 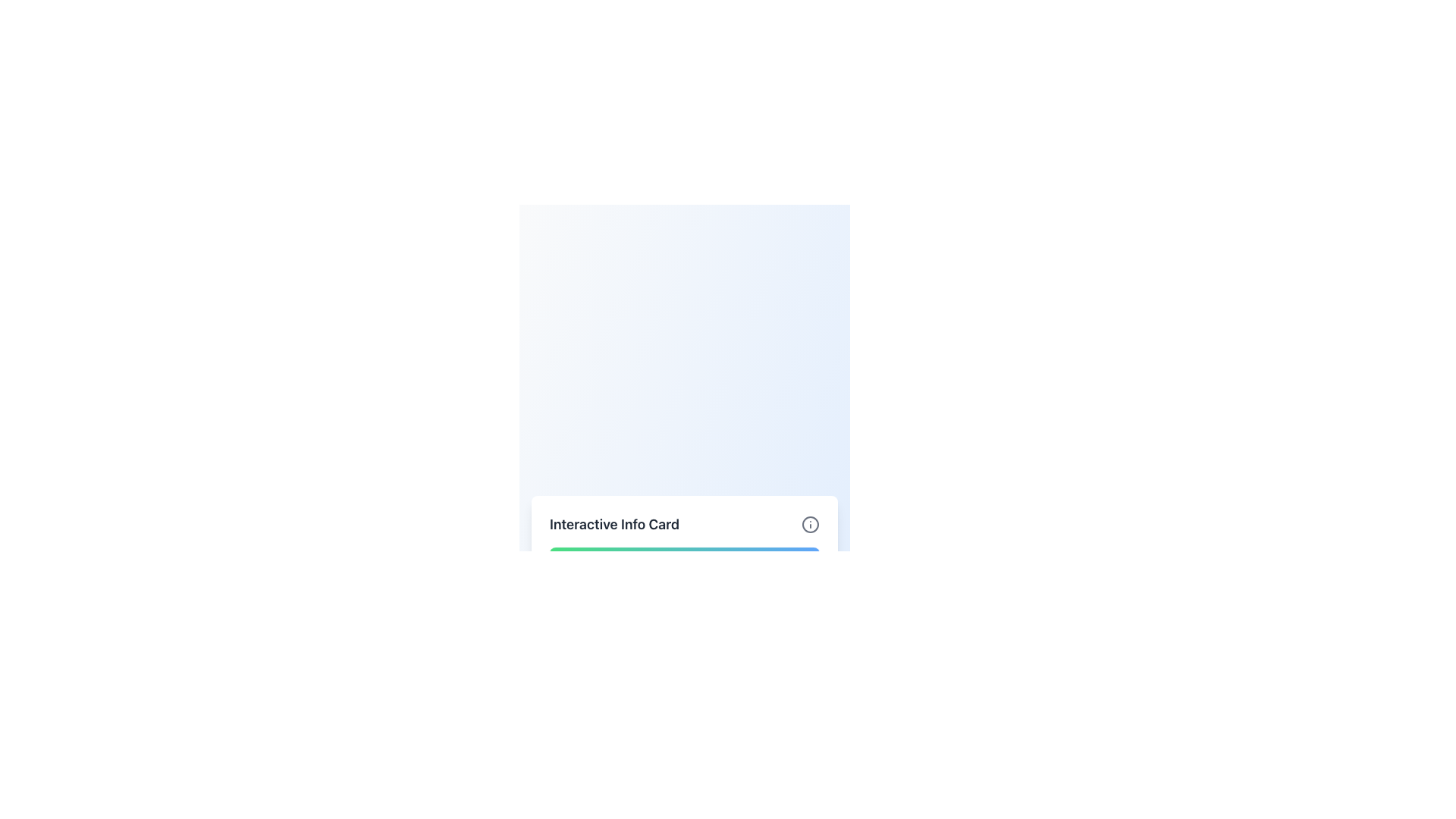 I want to click on text from the Text Label located in the header area, which serves as a title or label for the associated card or section, so click(x=614, y=523).